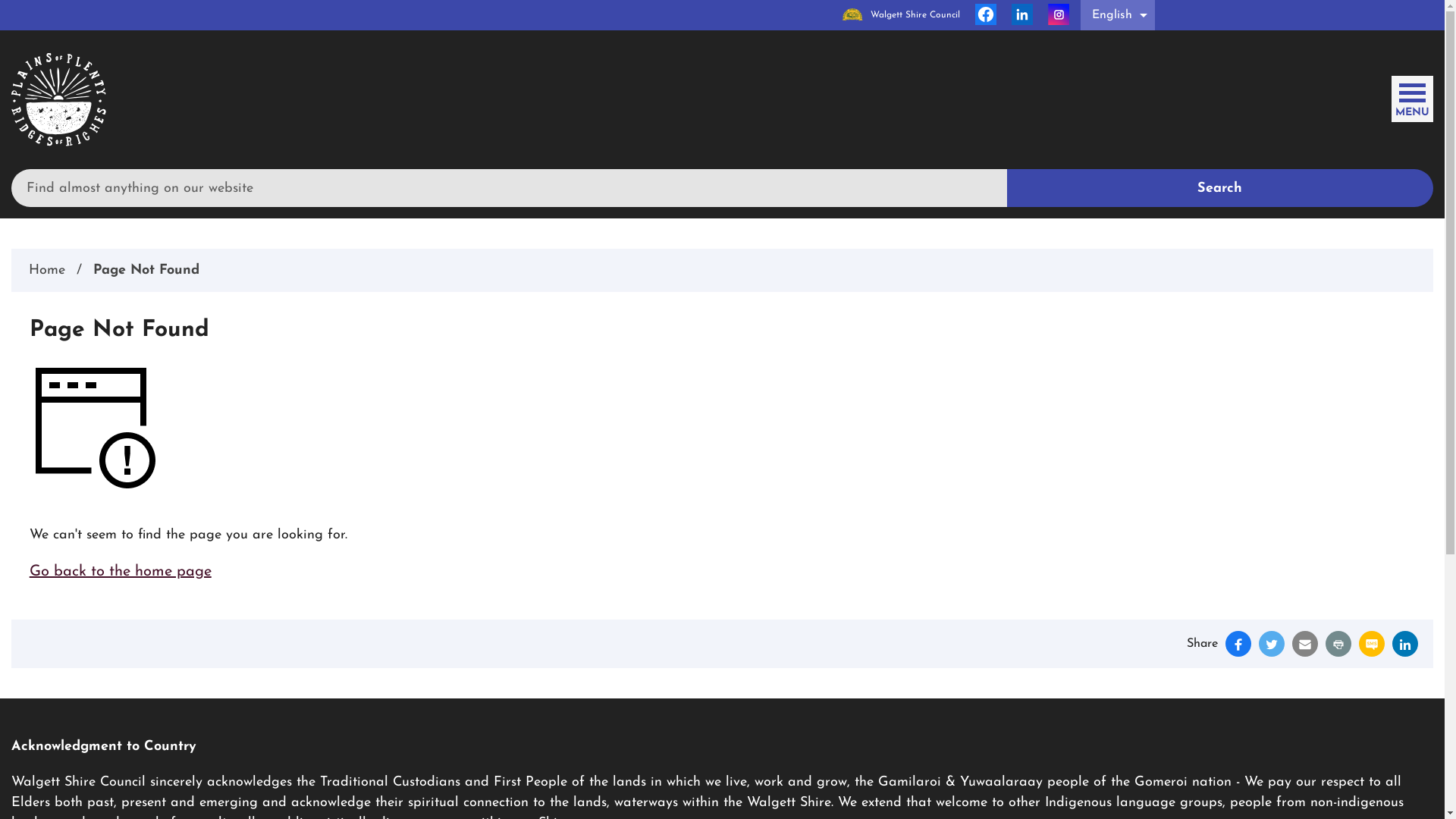 This screenshot has height=819, width=1456. I want to click on 'Email', so click(1291, 643).